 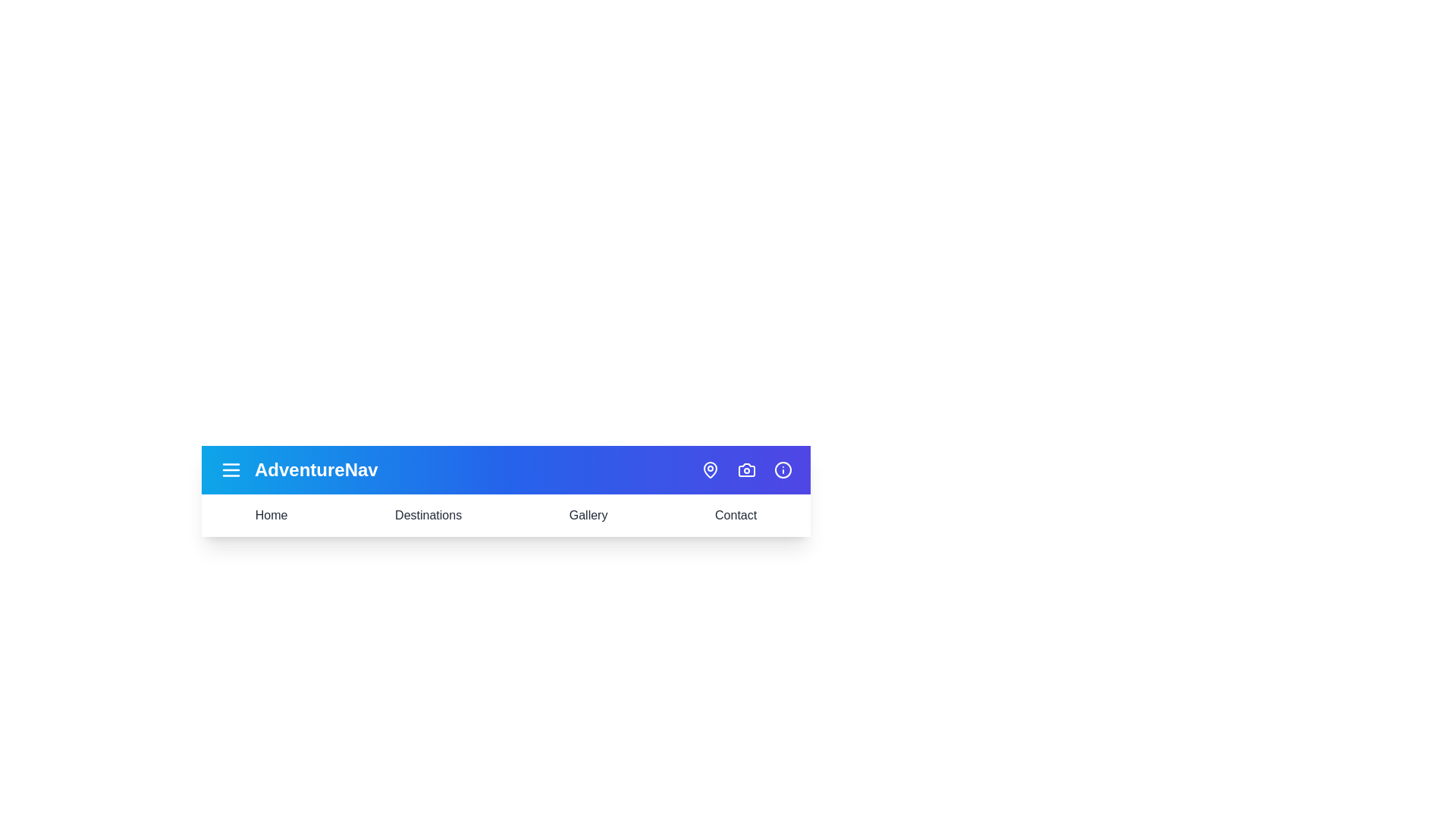 I want to click on the menu icon to toggle the menu visibility, so click(x=231, y=469).